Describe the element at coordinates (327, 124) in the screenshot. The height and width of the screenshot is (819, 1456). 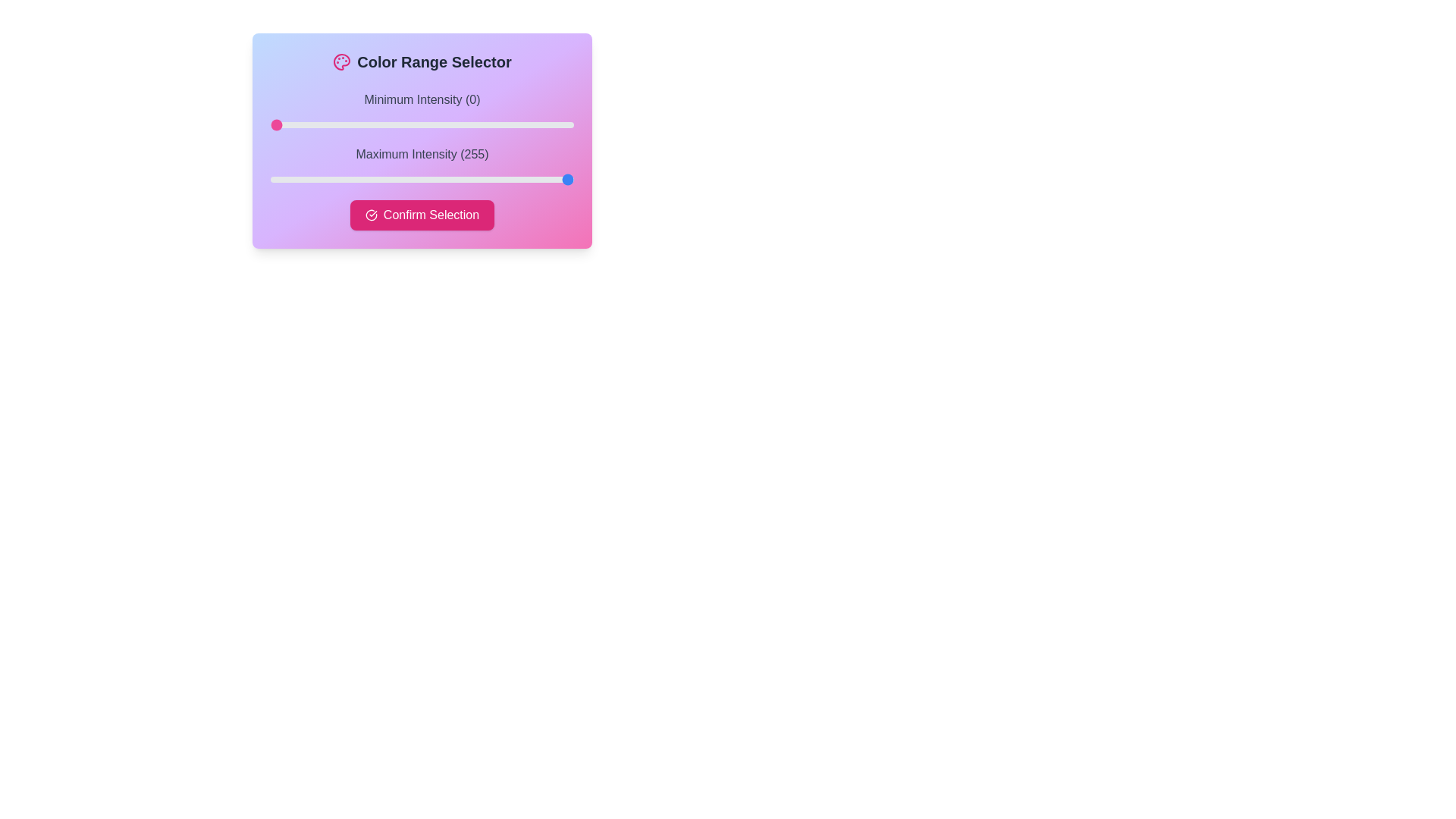
I see `the minimum intensity slider to 48 value` at that location.